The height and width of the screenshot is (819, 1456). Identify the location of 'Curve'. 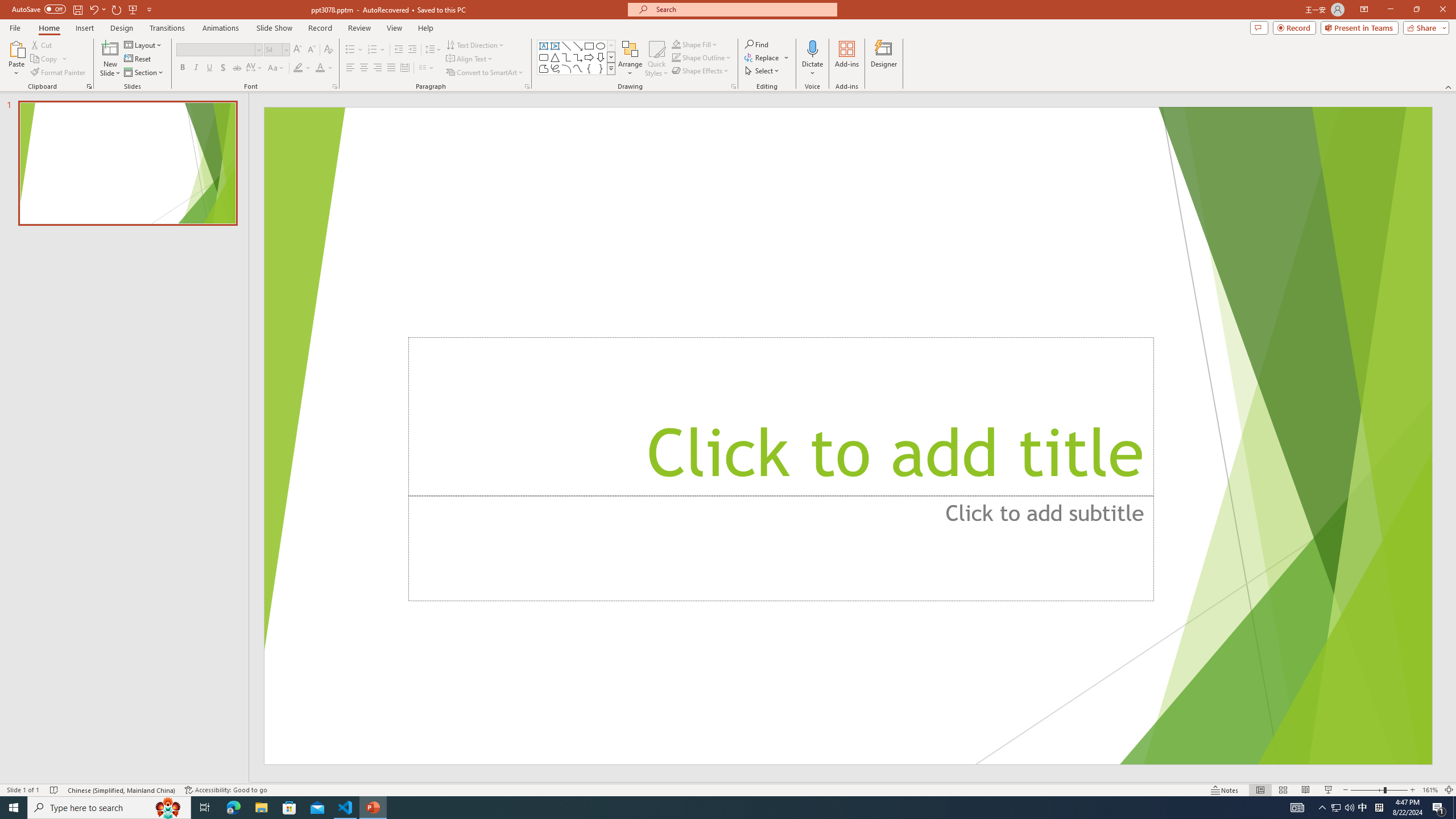
(577, 68).